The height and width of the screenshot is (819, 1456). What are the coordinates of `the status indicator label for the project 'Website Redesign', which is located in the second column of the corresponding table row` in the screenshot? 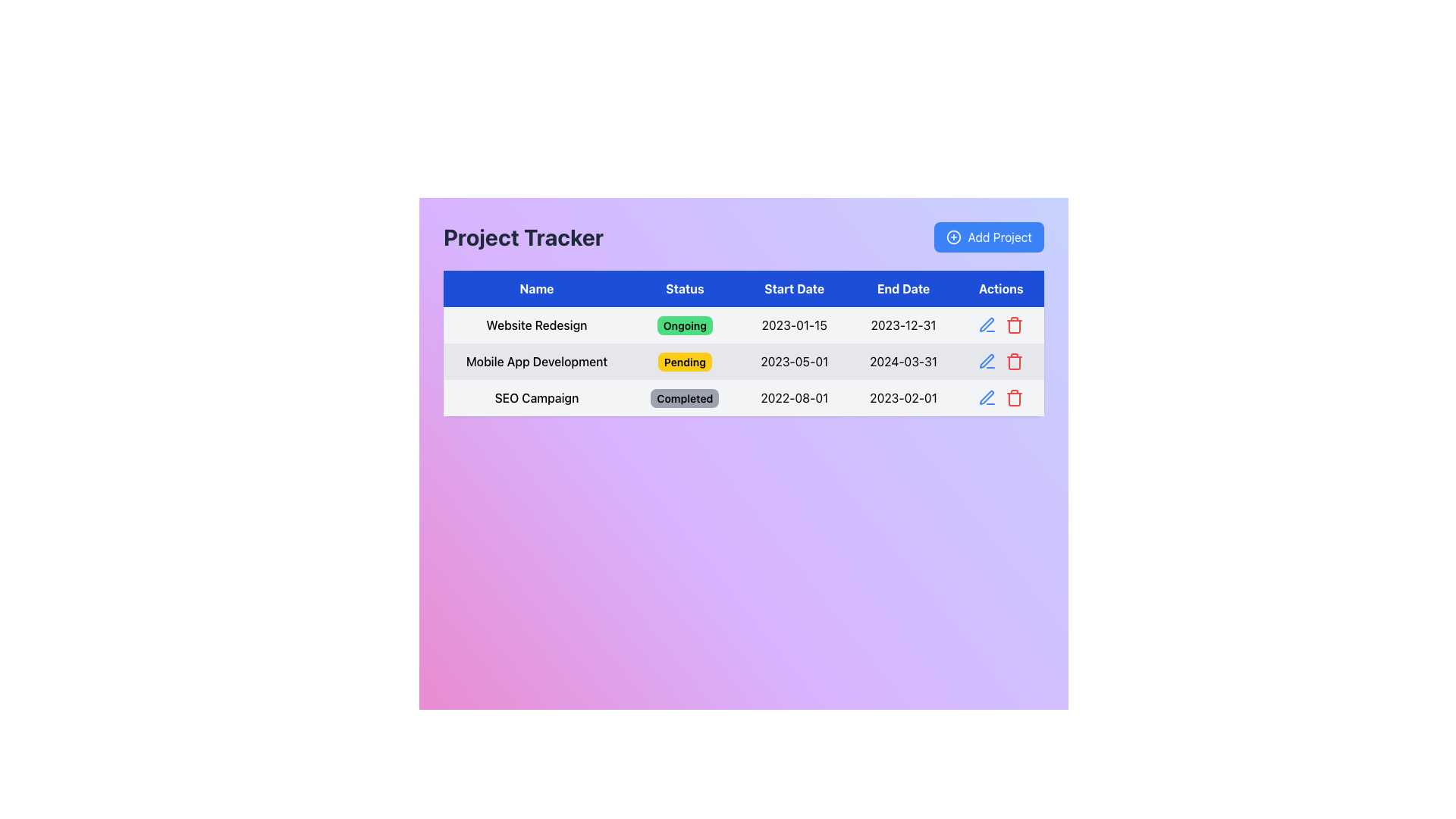 It's located at (684, 324).